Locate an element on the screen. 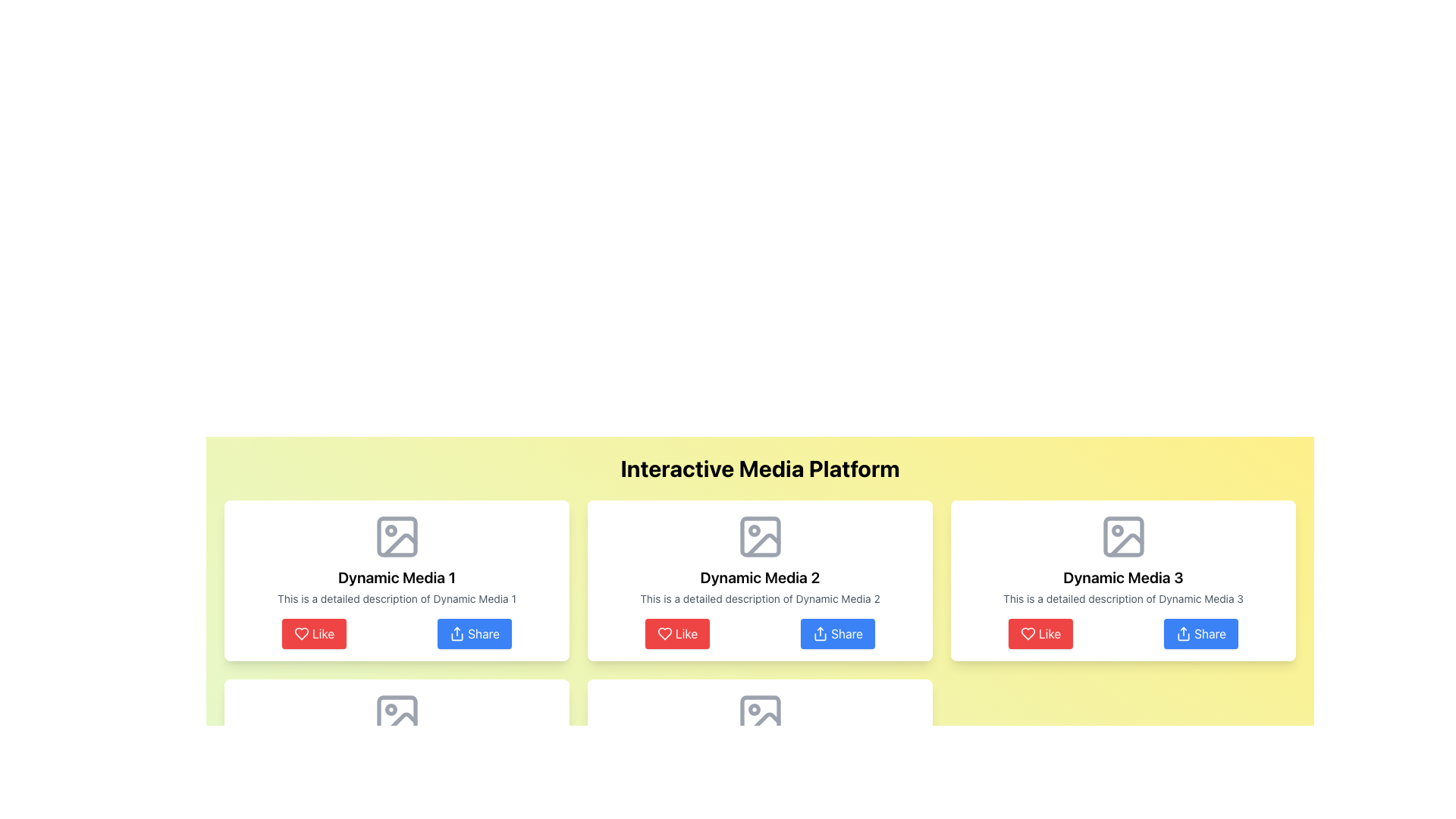 Image resolution: width=1456 pixels, height=819 pixels. the heart-shaped 'like' icon filled with red coloring from its position within the 'Dynamic Media 2' card is located at coordinates (665, 634).